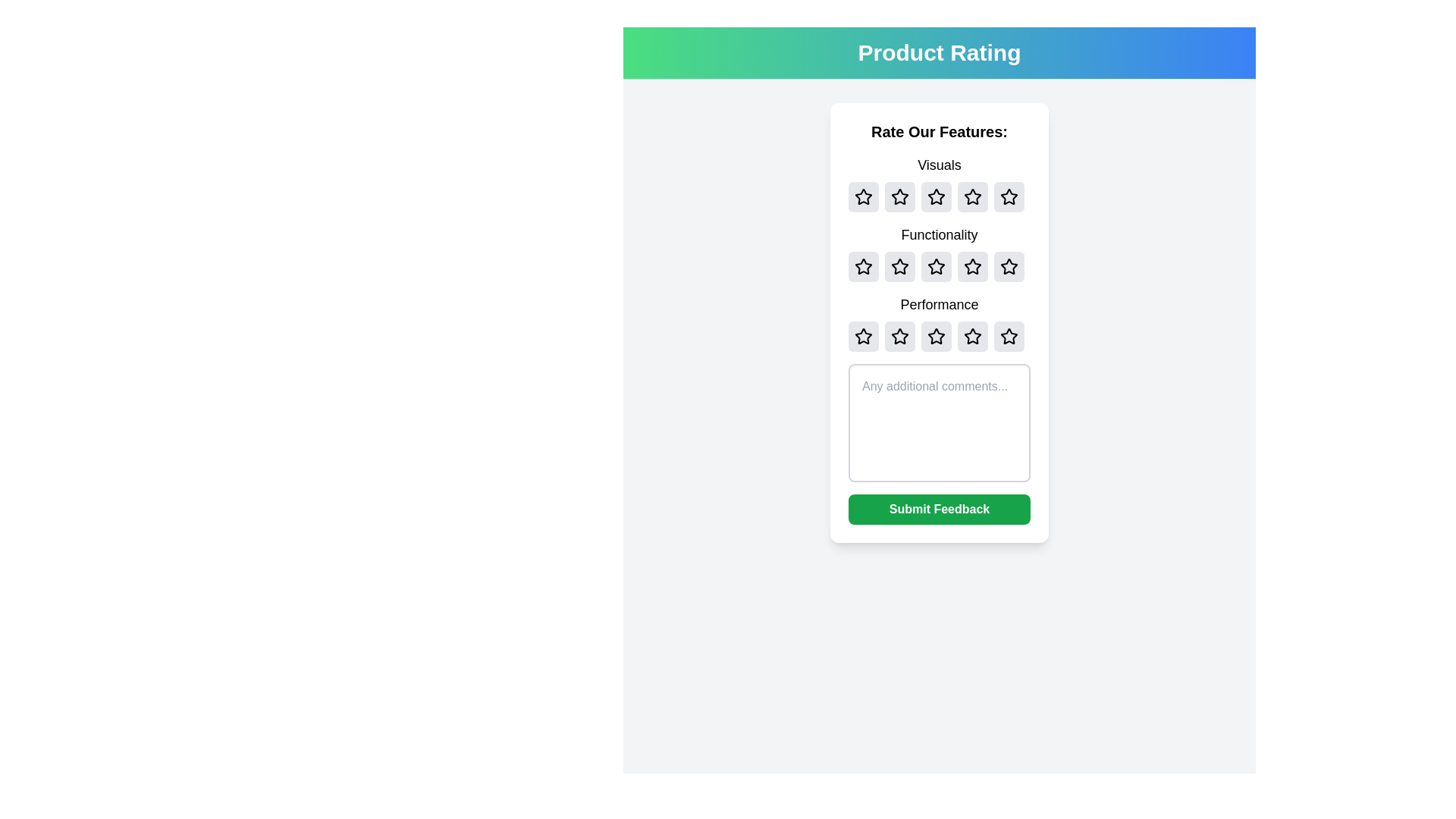 The height and width of the screenshot is (819, 1456). I want to click on the fourth star icon in the performance rating section, so click(972, 335).